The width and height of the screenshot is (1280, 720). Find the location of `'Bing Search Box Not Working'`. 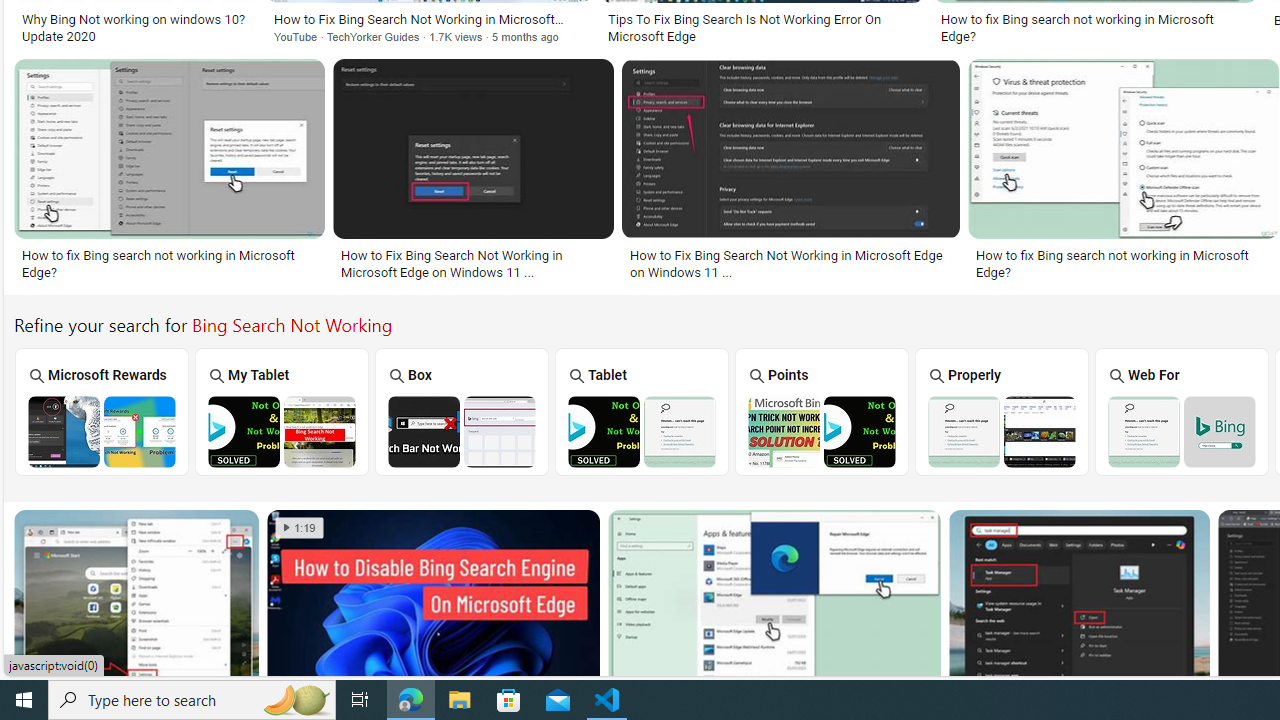

'Bing Search Box Not Working' is located at coordinates (461, 430).